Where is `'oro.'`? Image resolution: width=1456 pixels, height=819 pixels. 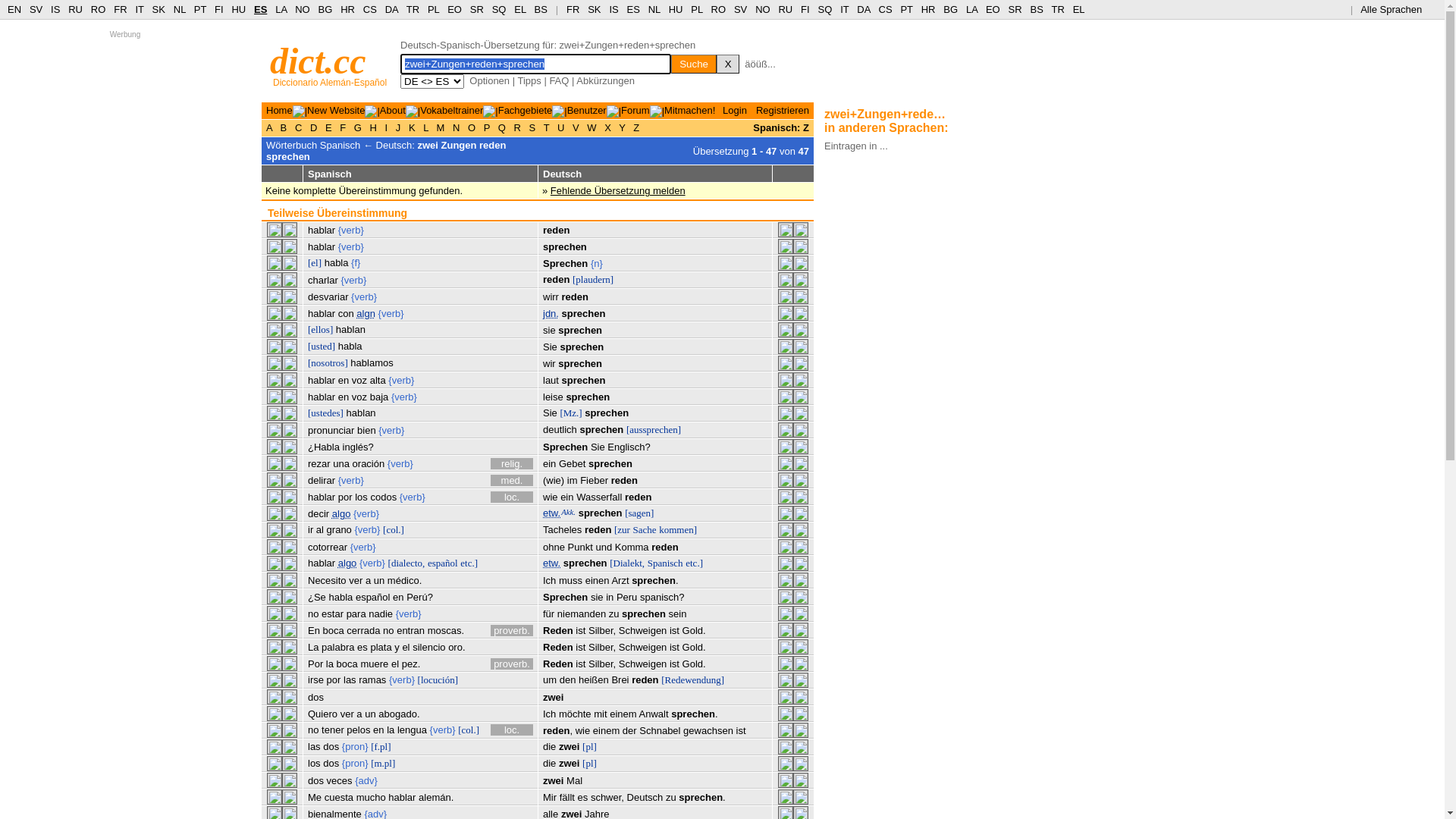 'oro.' is located at coordinates (447, 647).